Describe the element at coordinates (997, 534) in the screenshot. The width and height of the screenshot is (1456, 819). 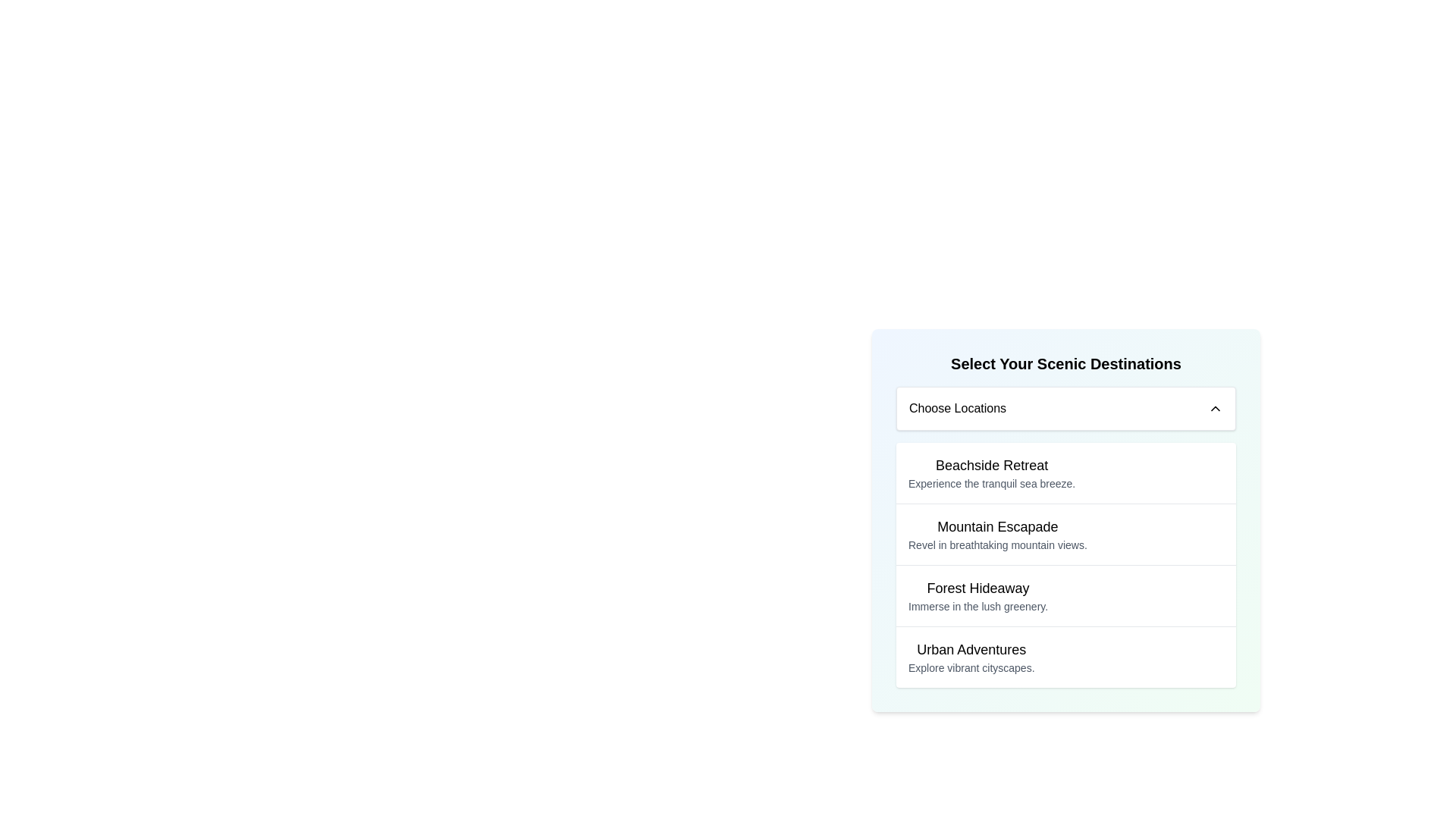
I see `the second list item in the selection list under the header 'Select Your Scenic Destinations'` at that location.